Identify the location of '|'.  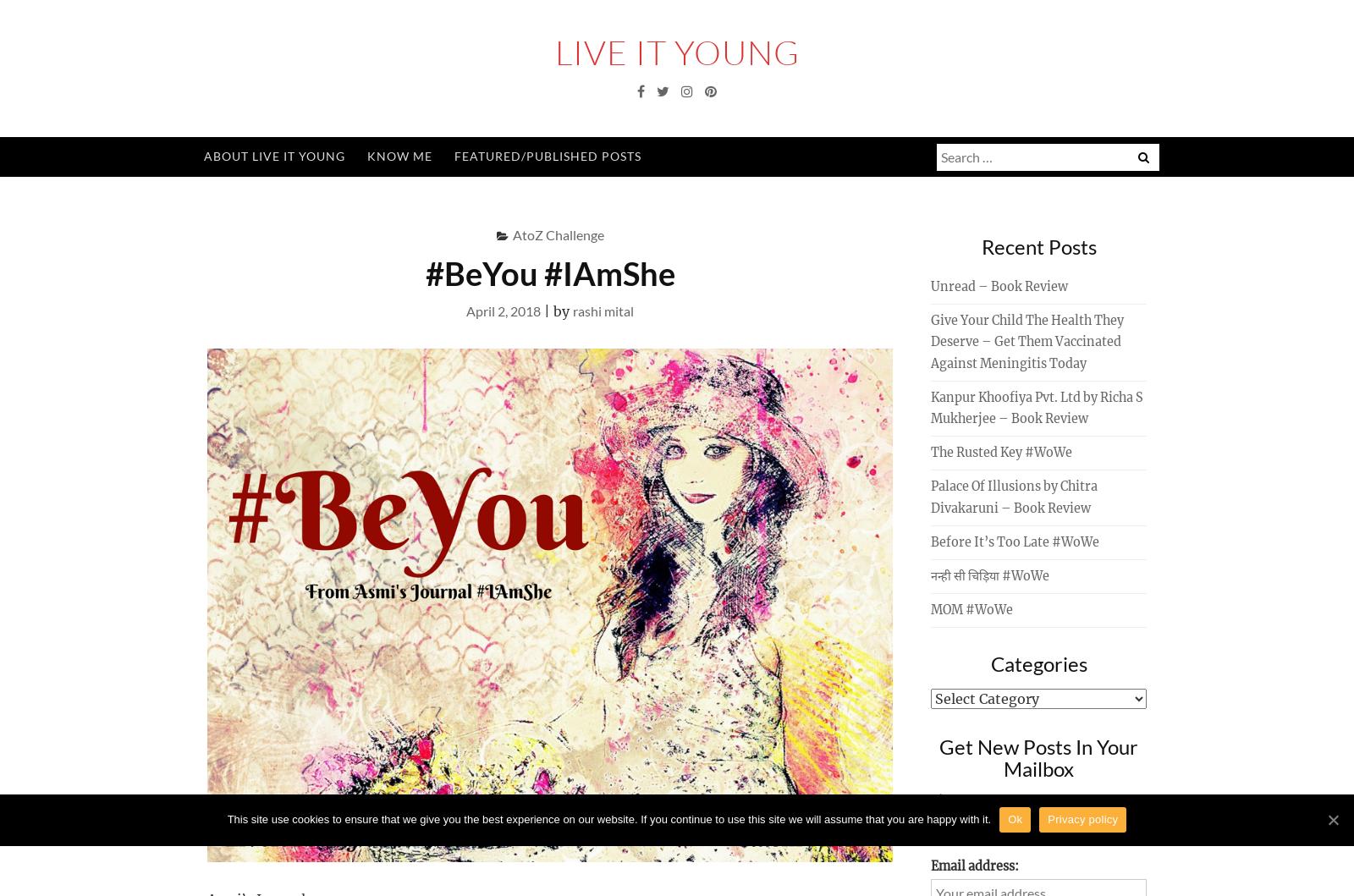
(547, 310).